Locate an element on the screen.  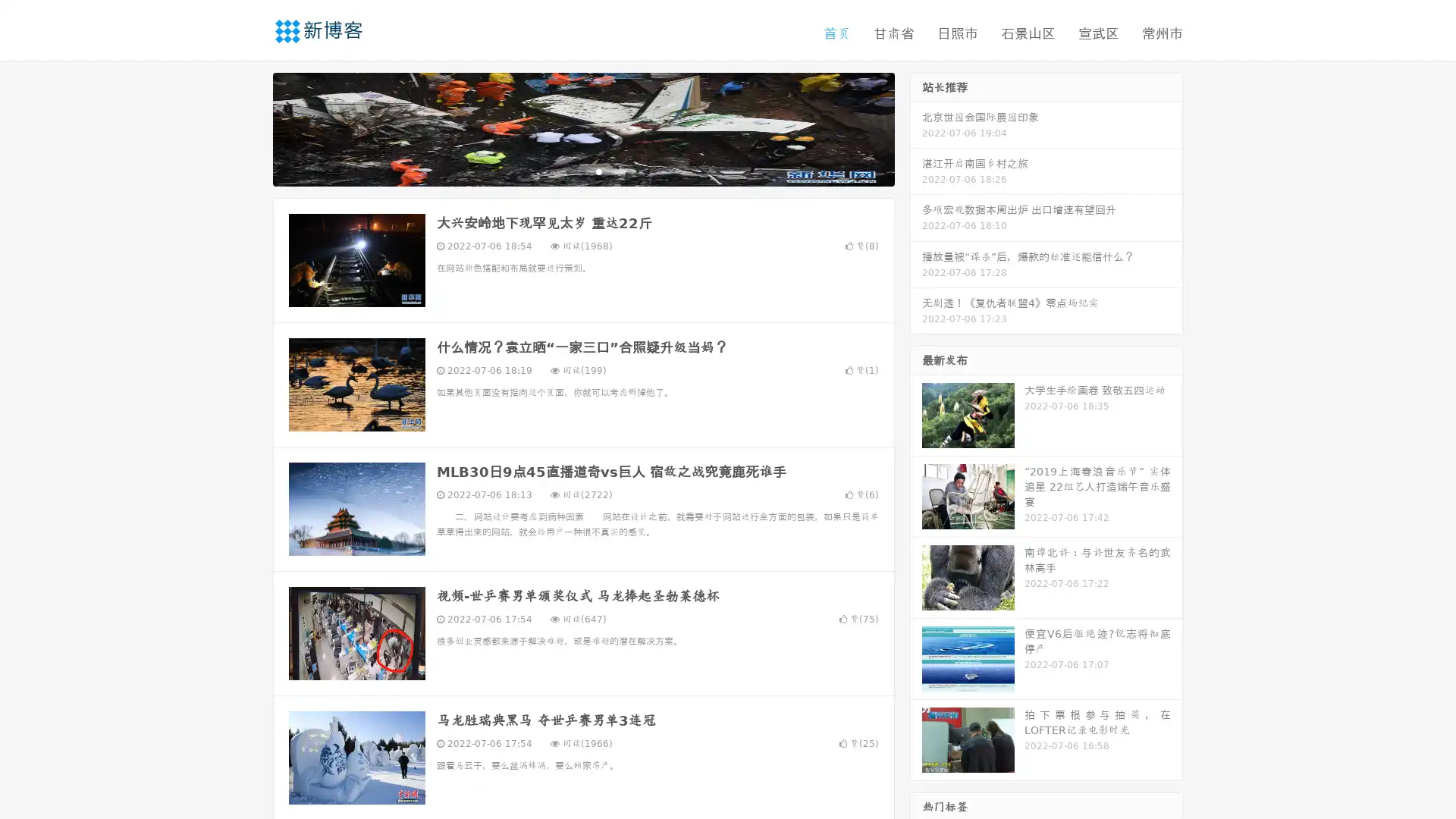
Go to slide 1 is located at coordinates (567, 171).